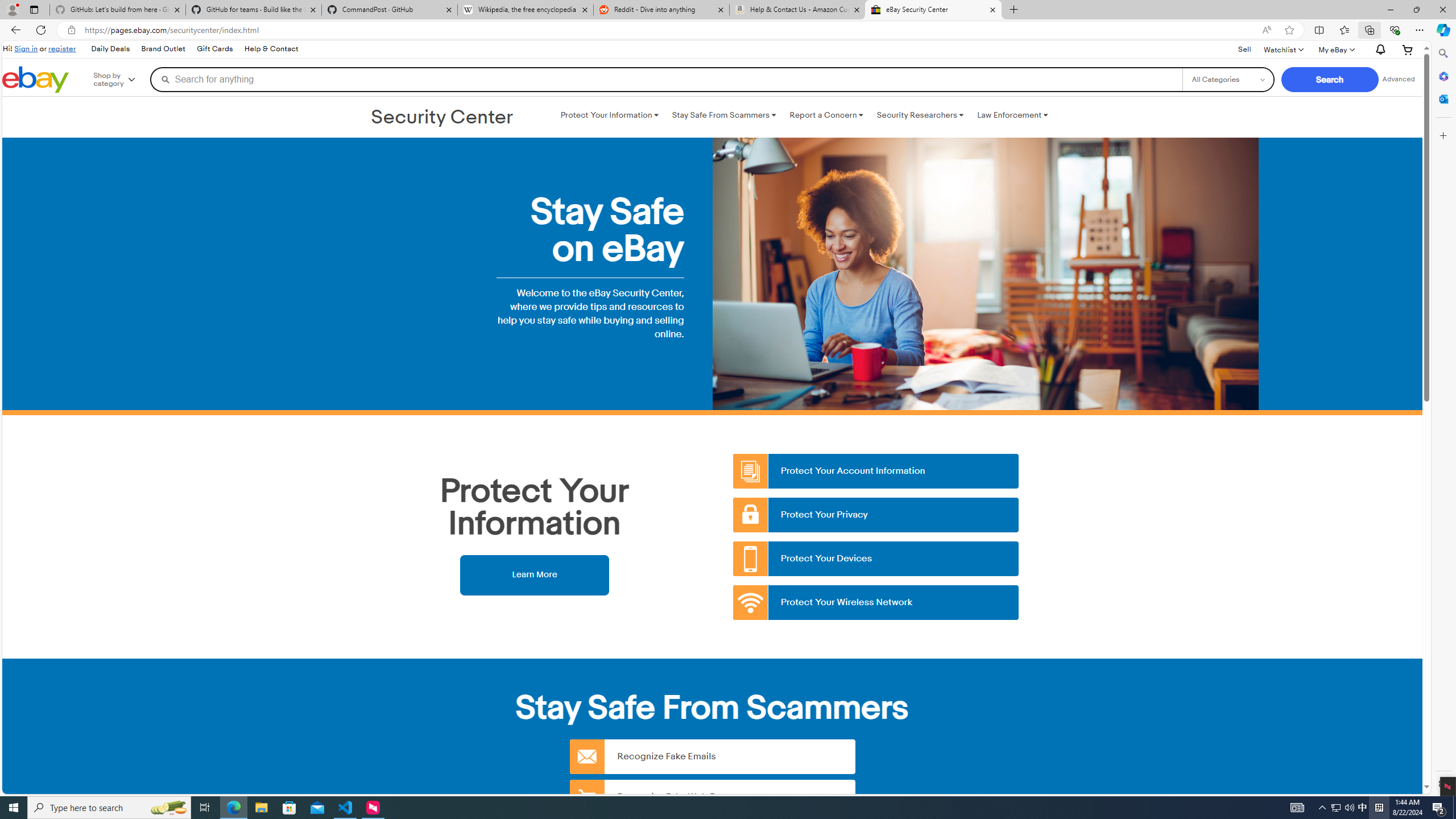  Describe the element at coordinates (665, 78) in the screenshot. I see `'Search for anything'` at that location.